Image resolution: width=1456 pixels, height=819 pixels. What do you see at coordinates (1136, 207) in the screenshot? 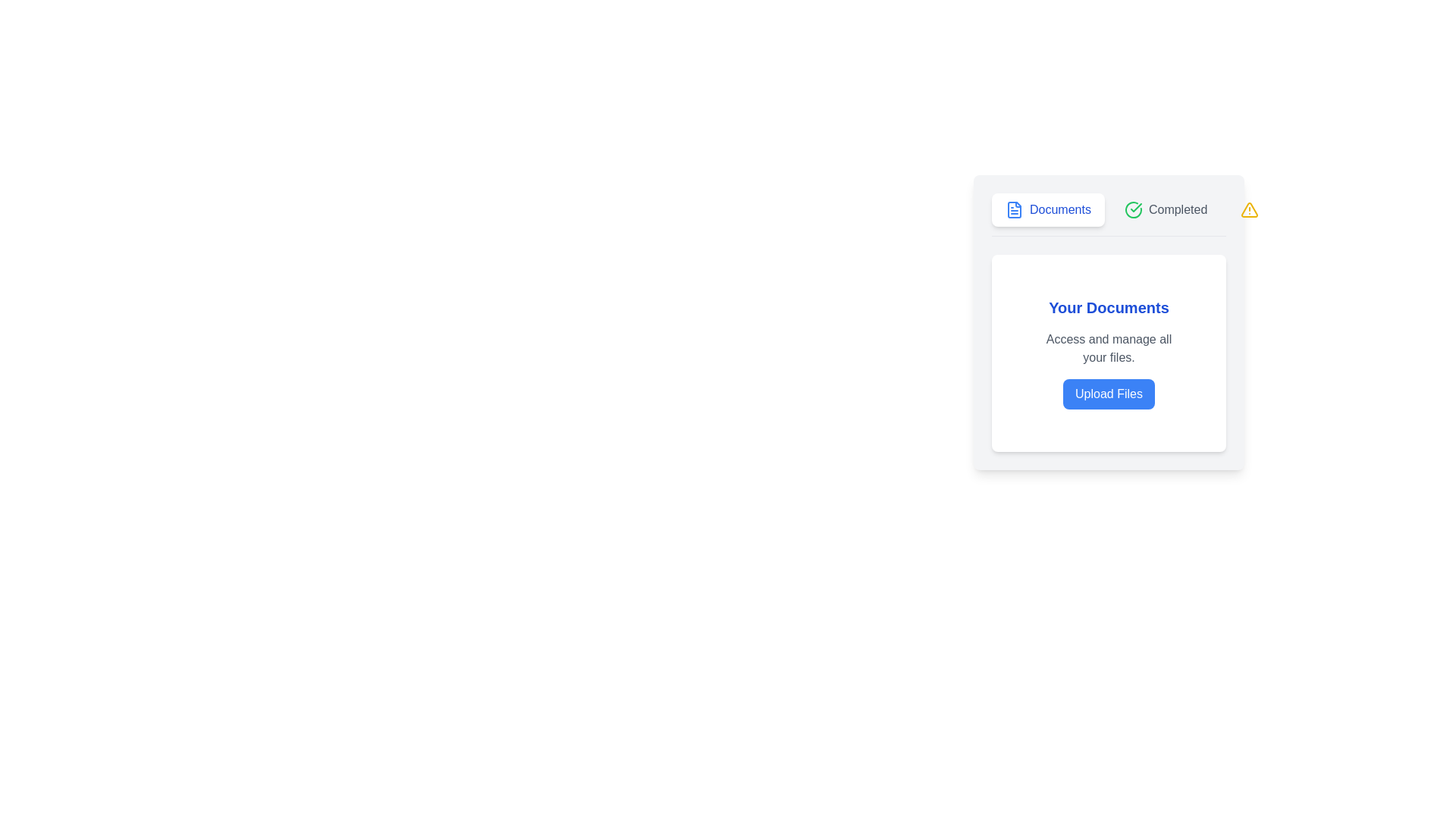
I see `the status represented by the checkmark icon located in the 'Completed' tab, positioned to the right of the 'Documents' tab within the card-like UI component` at bounding box center [1136, 207].